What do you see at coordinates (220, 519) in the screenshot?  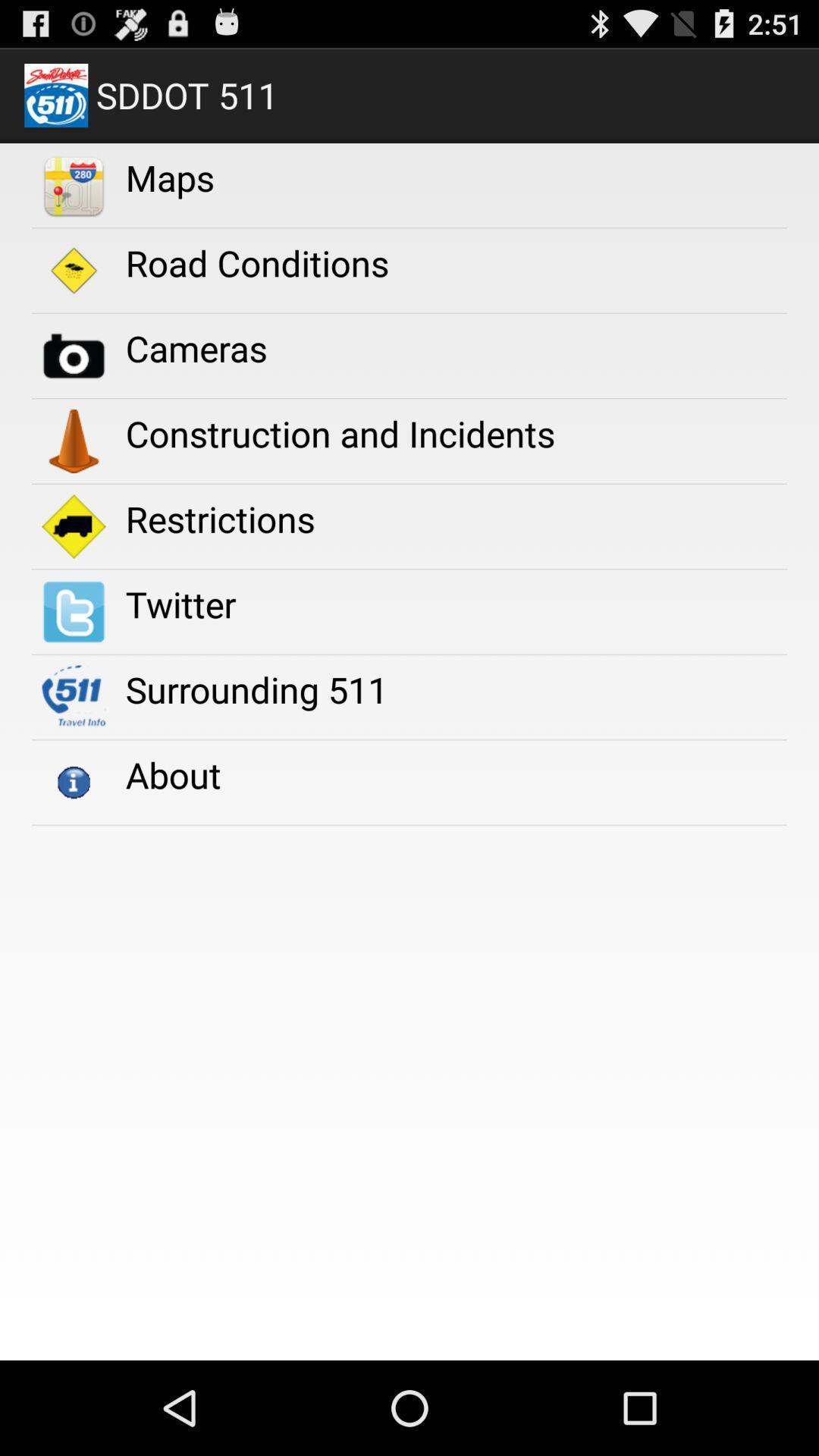 I see `restrictions icon` at bounding box center [220, 519].